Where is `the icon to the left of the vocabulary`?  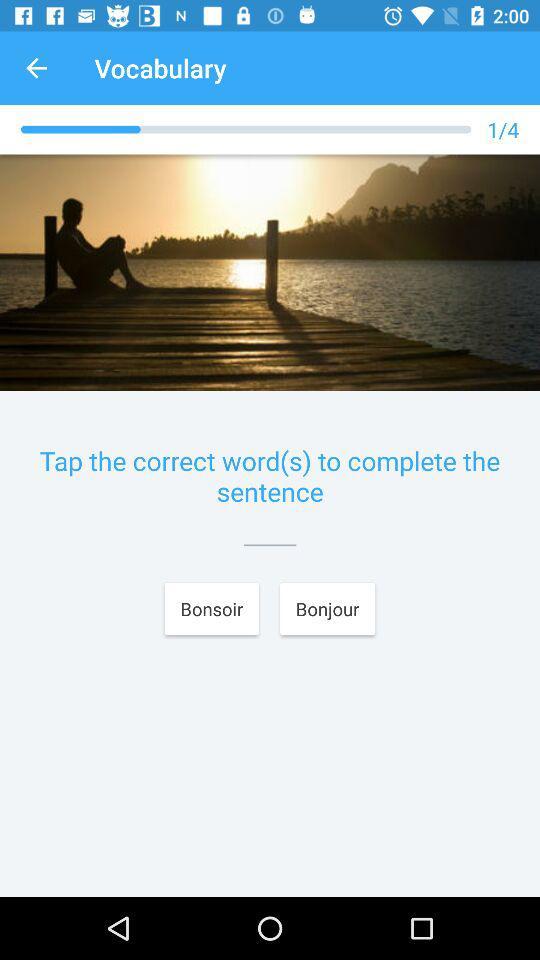
the icon to the left of the vocabulary is located at coordinates (36, 68).